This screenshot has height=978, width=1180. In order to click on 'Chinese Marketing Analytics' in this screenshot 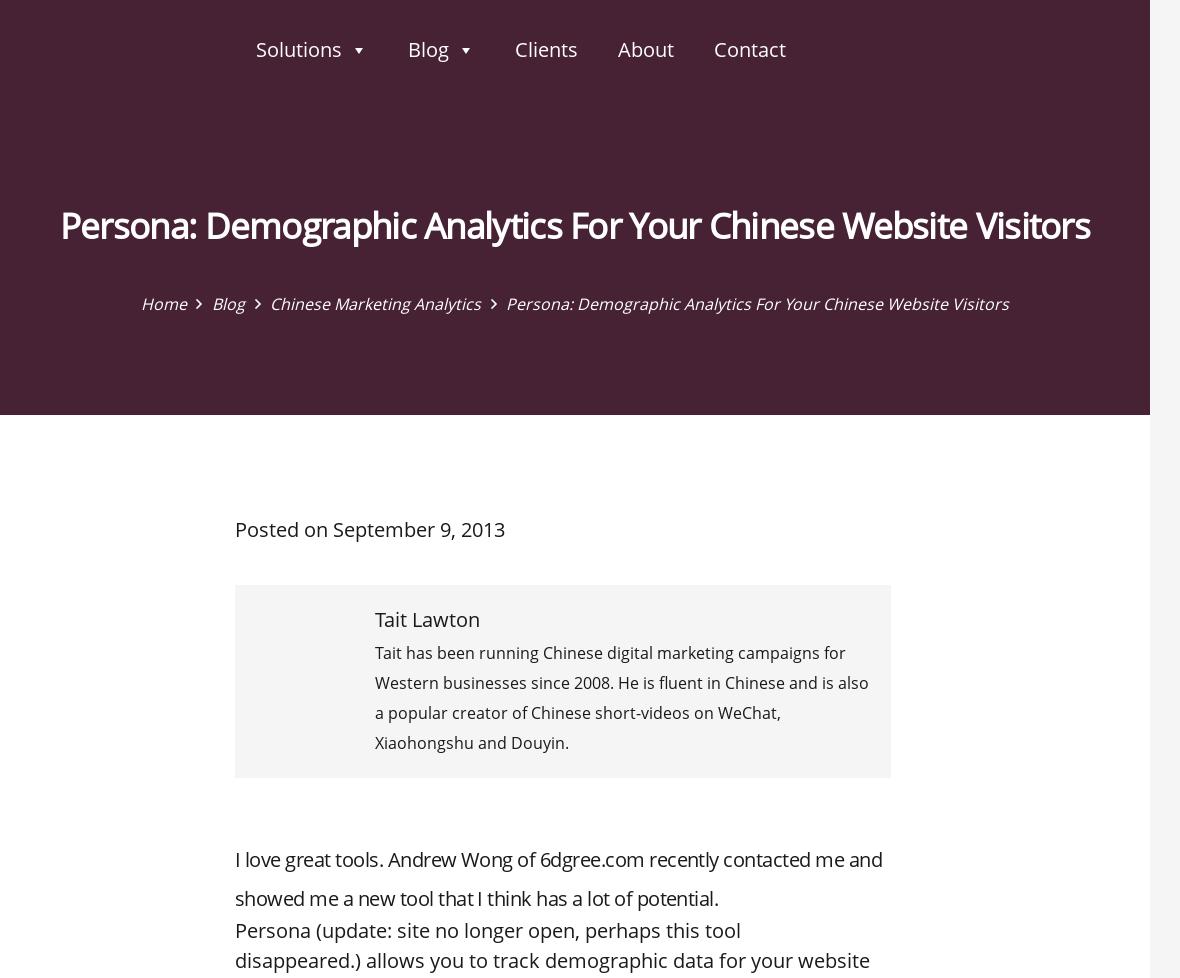, I will do `click(374, 301)`.